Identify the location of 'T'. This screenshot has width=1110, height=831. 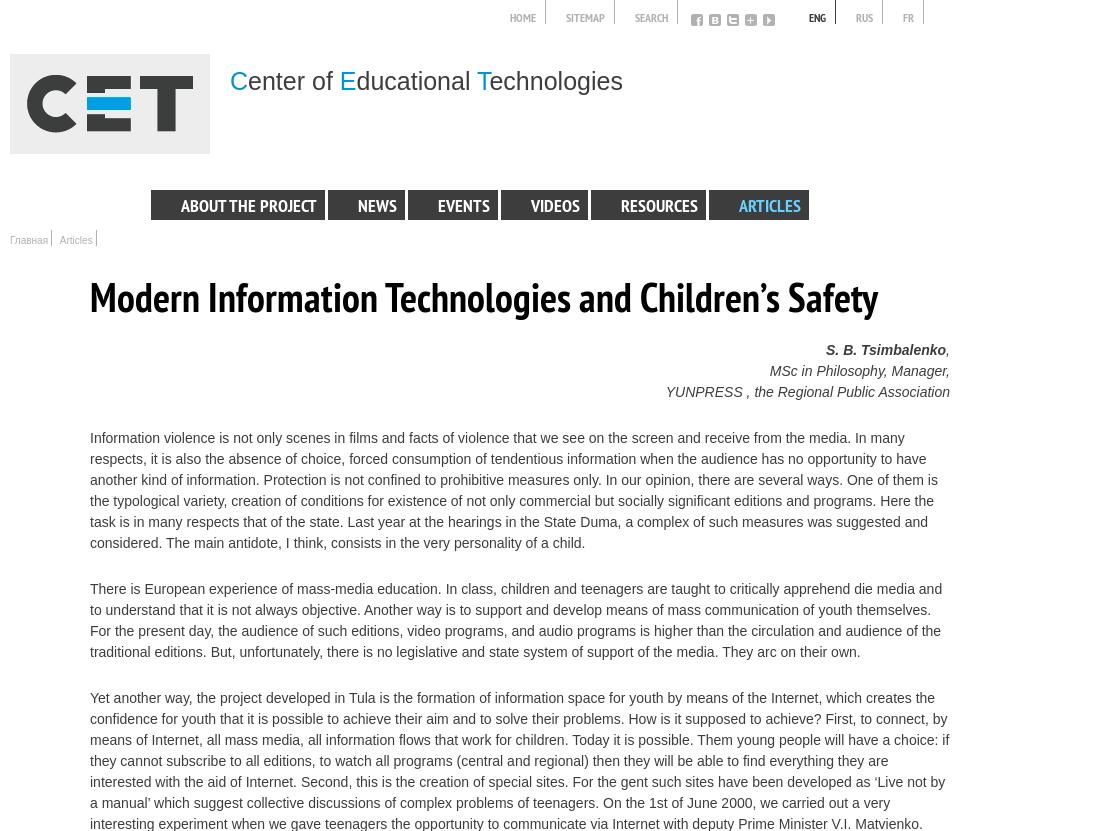
(475, 80).